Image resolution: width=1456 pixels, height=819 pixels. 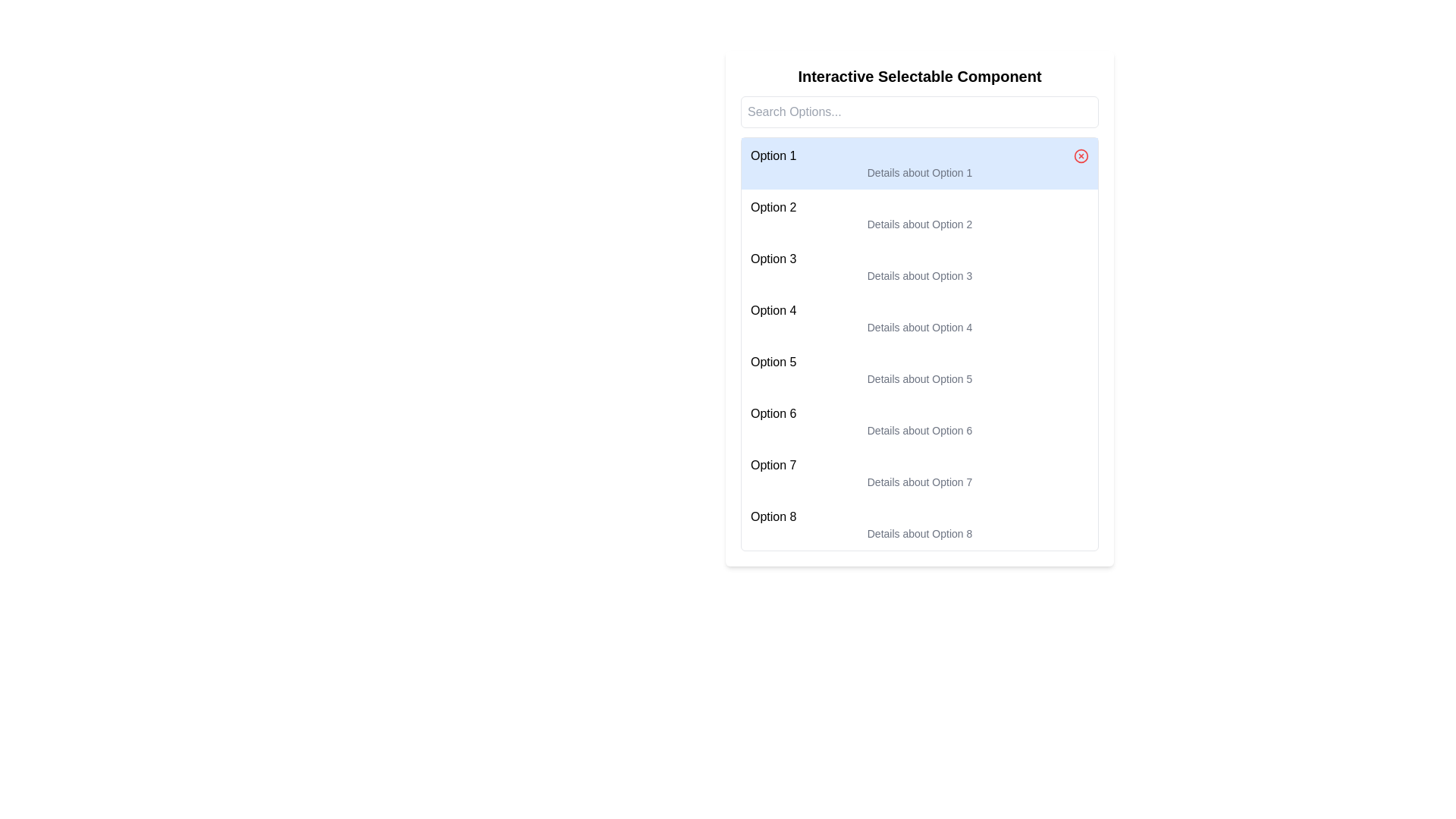 I want to click on the list item labeled 'Option 7', so click(x=919, y=472).